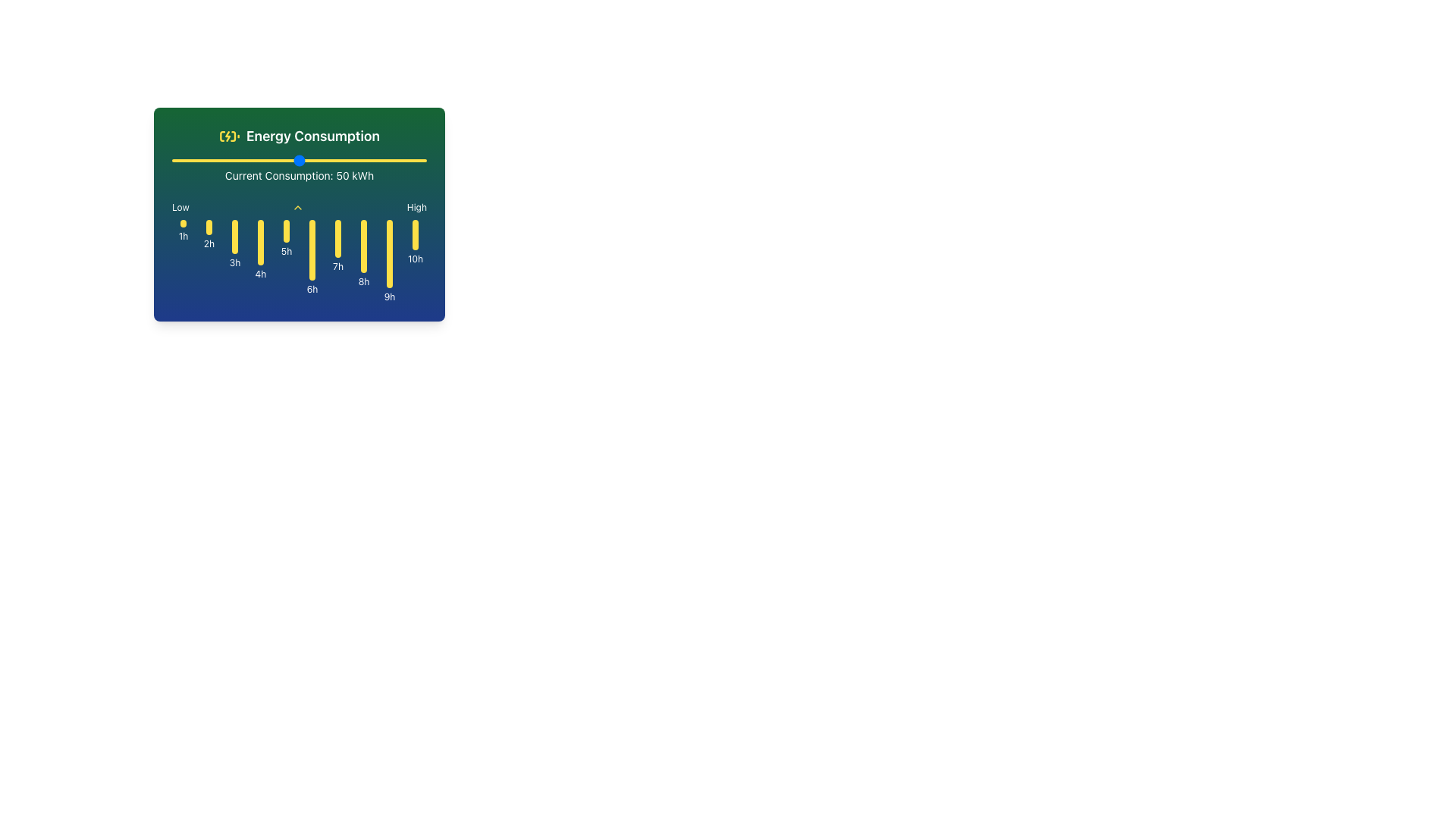  I want to click on text displayed in the text label showing '5h', which is positioned below the fifth vertical yellow bar representing hourly data points, so click(287, 250).